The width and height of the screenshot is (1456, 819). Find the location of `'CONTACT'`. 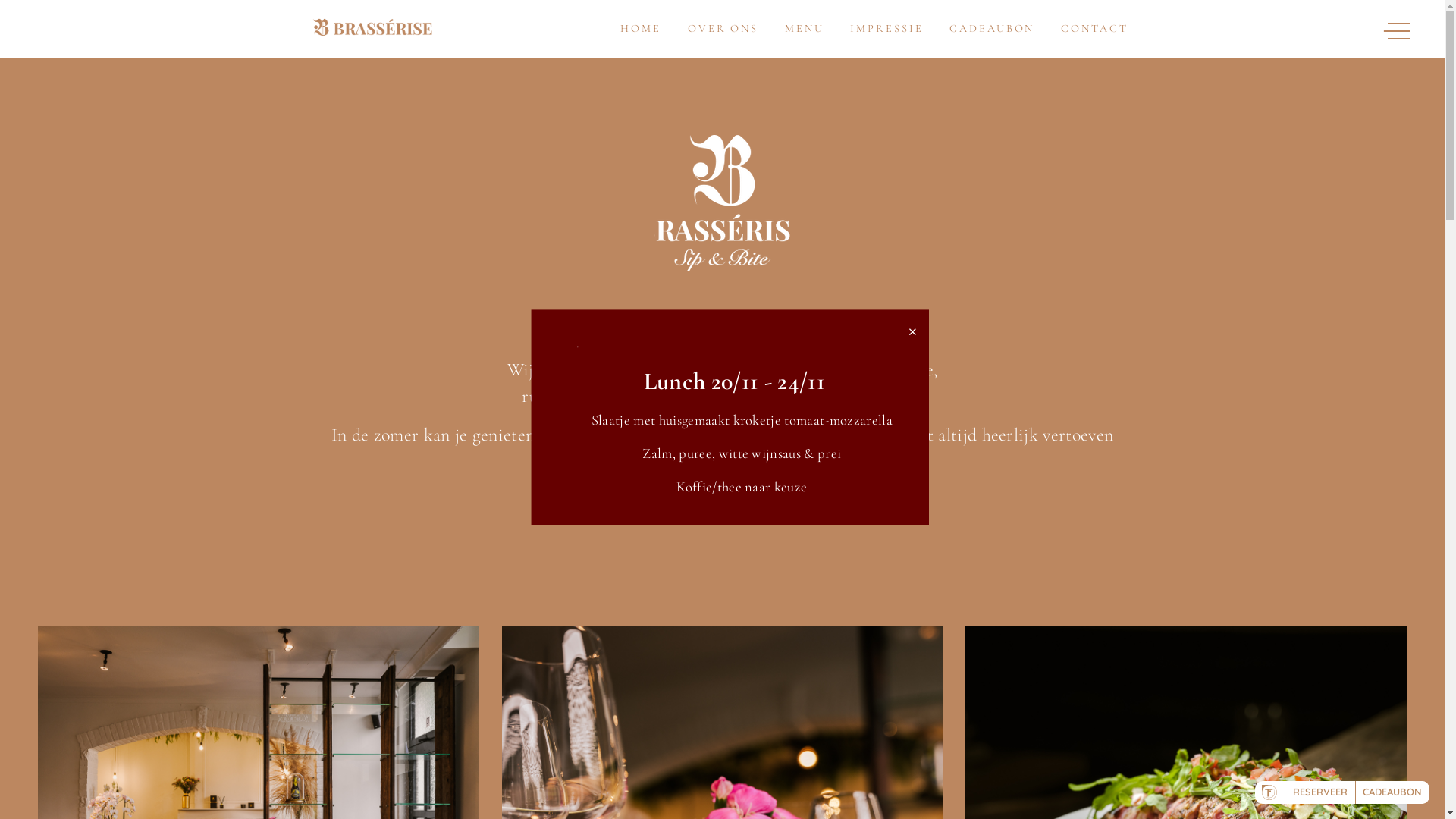

'CONTACT' is located at coordinates (1094, 29).